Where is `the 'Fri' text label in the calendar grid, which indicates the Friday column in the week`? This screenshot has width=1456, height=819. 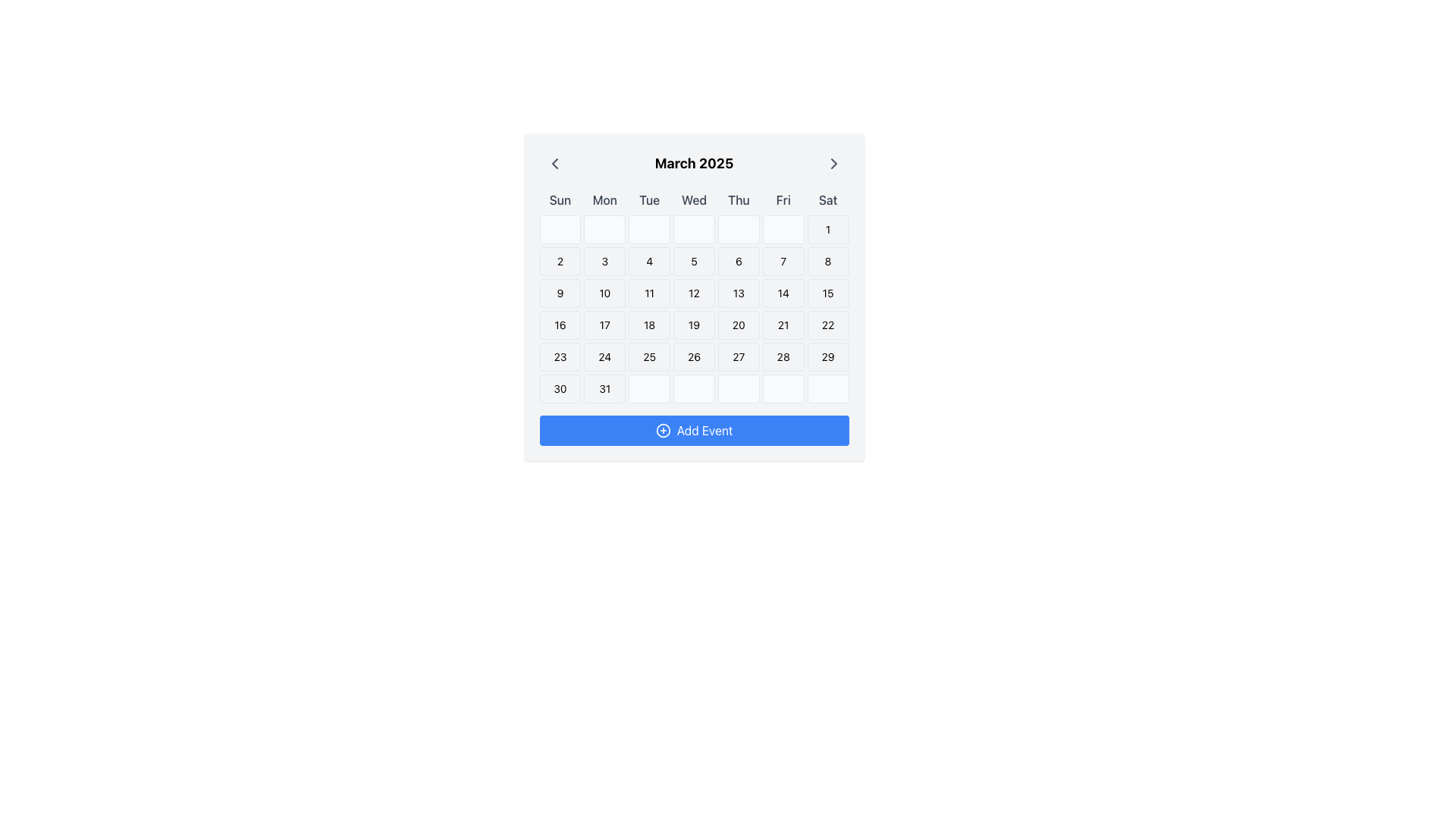 the 'Fri' text label in the calendar grid, which indicates the Friday column in the week is located at coordinates (783, 199).